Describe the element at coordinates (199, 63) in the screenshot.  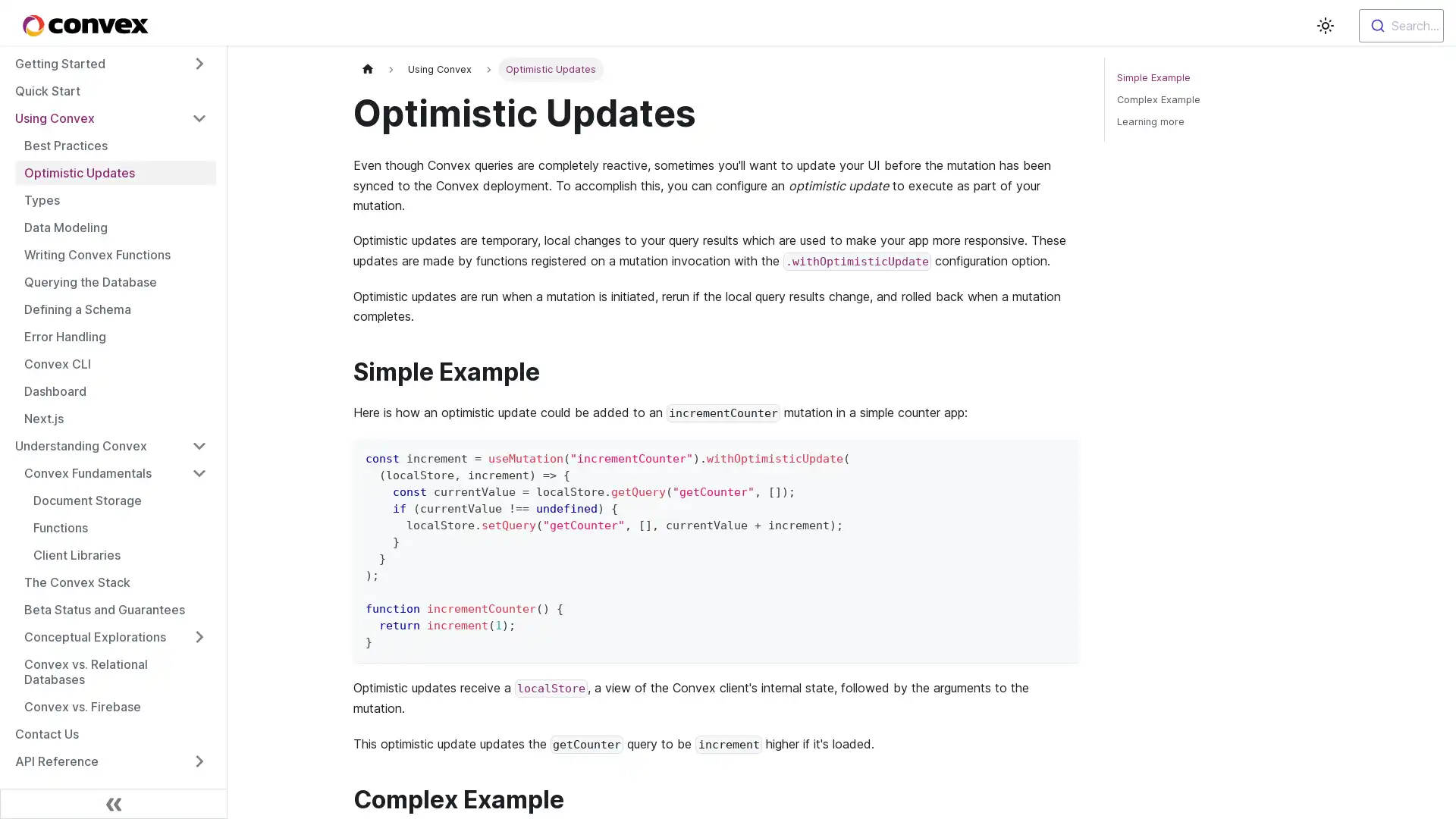
I see `Toggle the collapsible sidebar category 'Getting Started'` at that location.